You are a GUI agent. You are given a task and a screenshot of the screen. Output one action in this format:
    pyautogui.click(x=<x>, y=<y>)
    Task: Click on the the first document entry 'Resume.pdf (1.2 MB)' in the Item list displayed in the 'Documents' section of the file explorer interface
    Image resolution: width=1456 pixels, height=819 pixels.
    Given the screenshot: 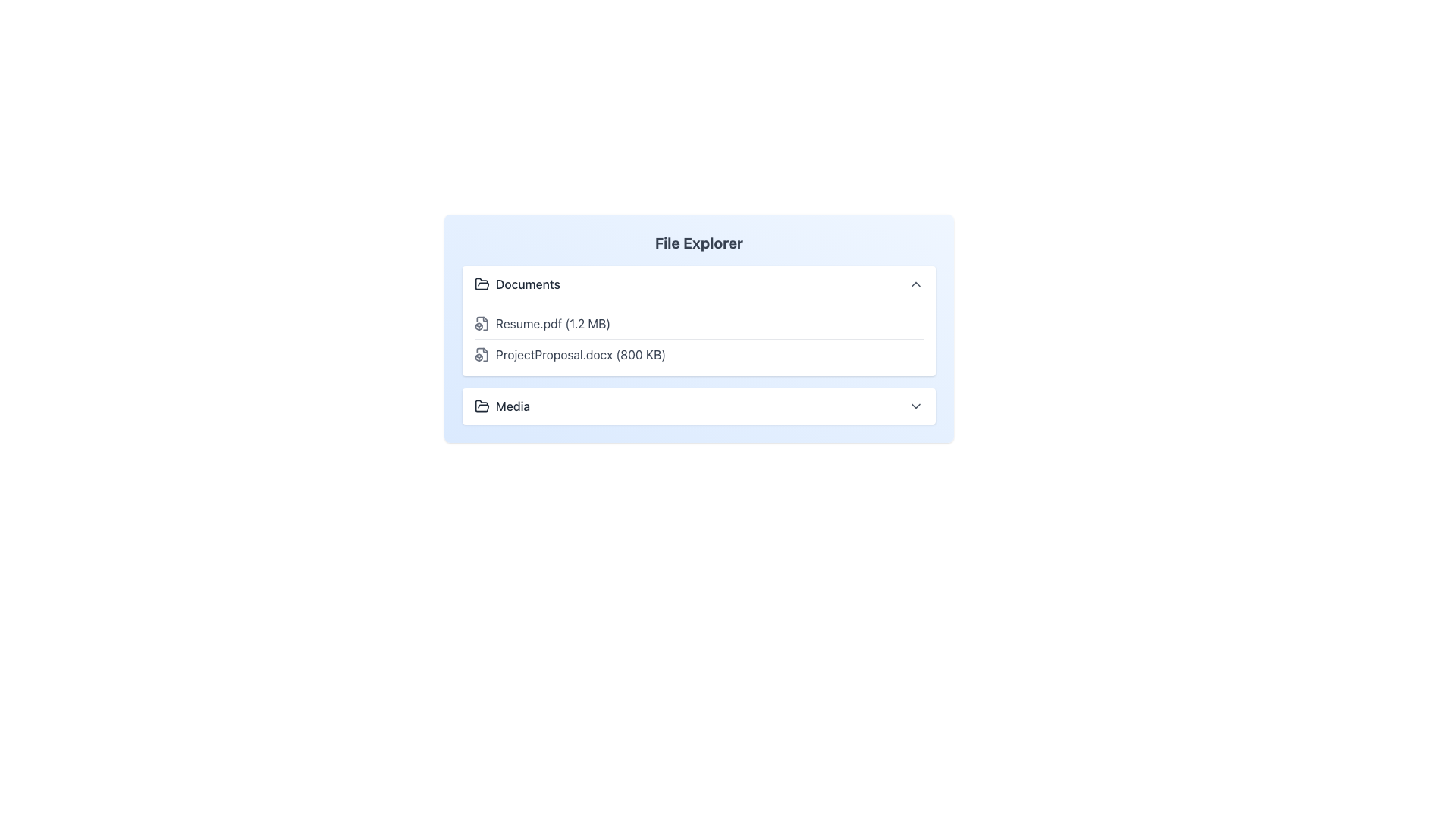 What is the action you would take?
    pyautogui.click(x=698, y=338)
    